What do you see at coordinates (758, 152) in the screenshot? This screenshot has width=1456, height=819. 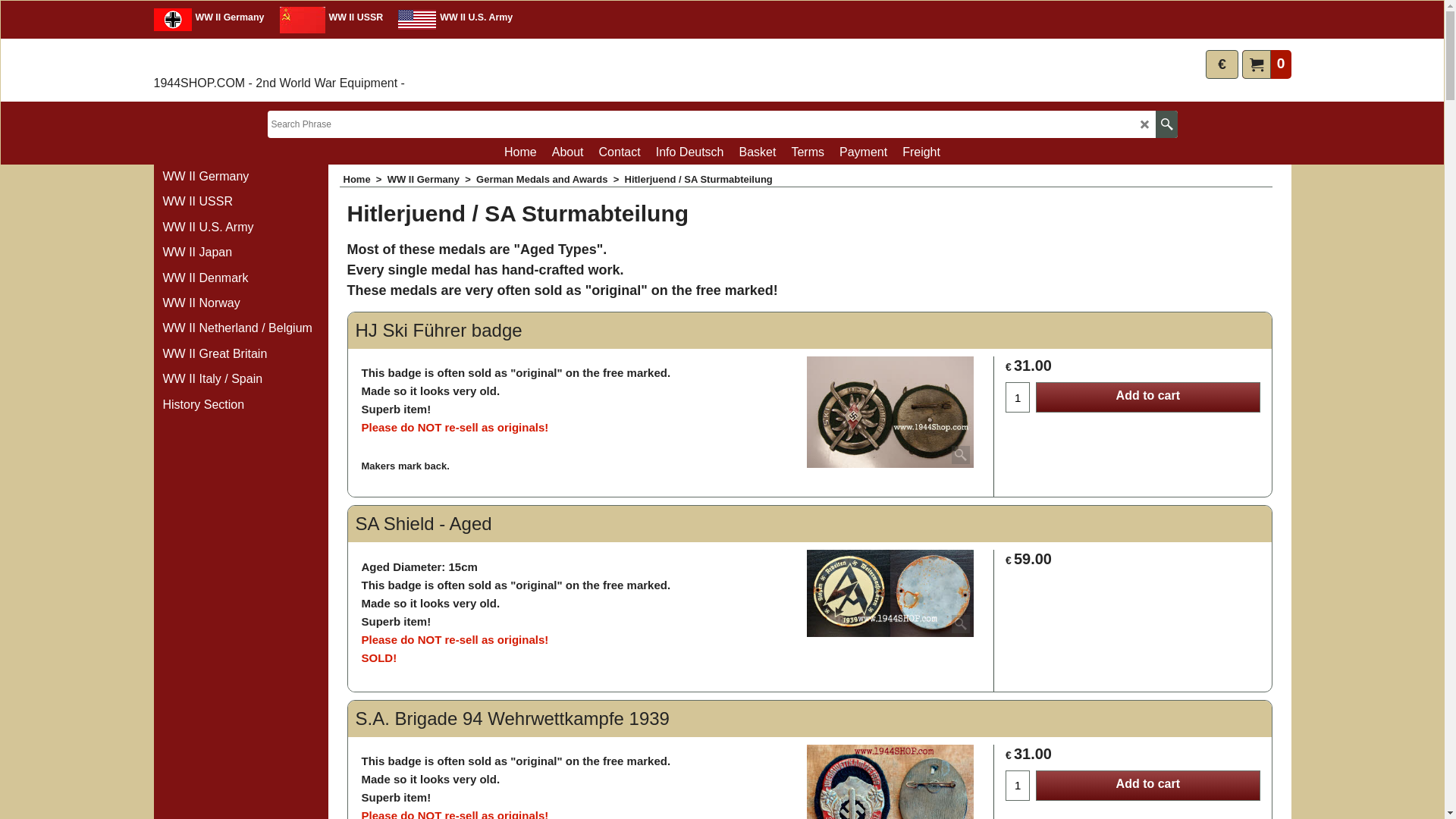 I see `'Basket'` at bounding box center [758, 152].